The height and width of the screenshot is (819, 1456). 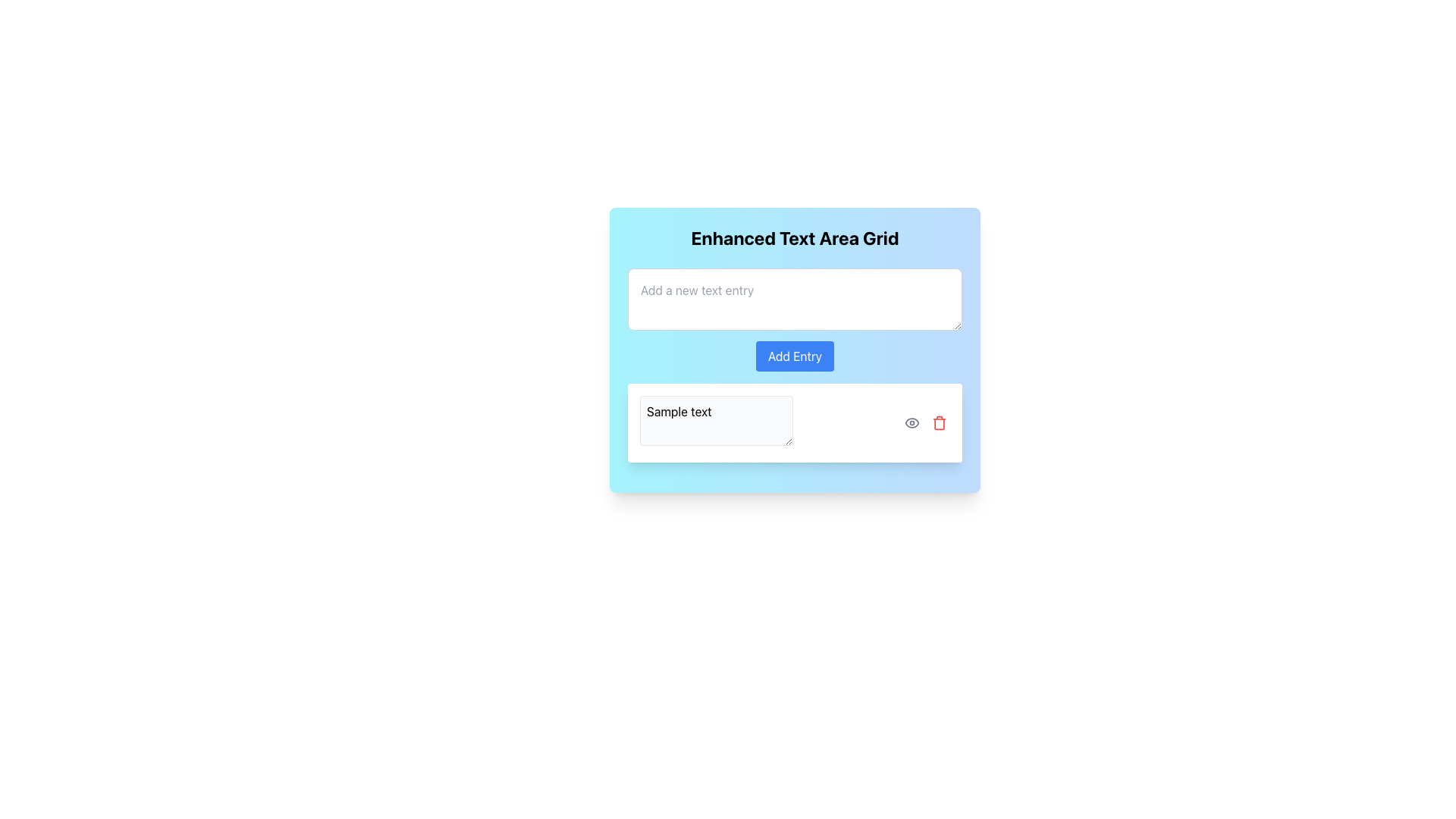 What do you see at coordinates (938, 423) in the screenshot?
I see `the red trash can icon button located in the bottom right corner of the text entry box` at bounding box center [938, 423].